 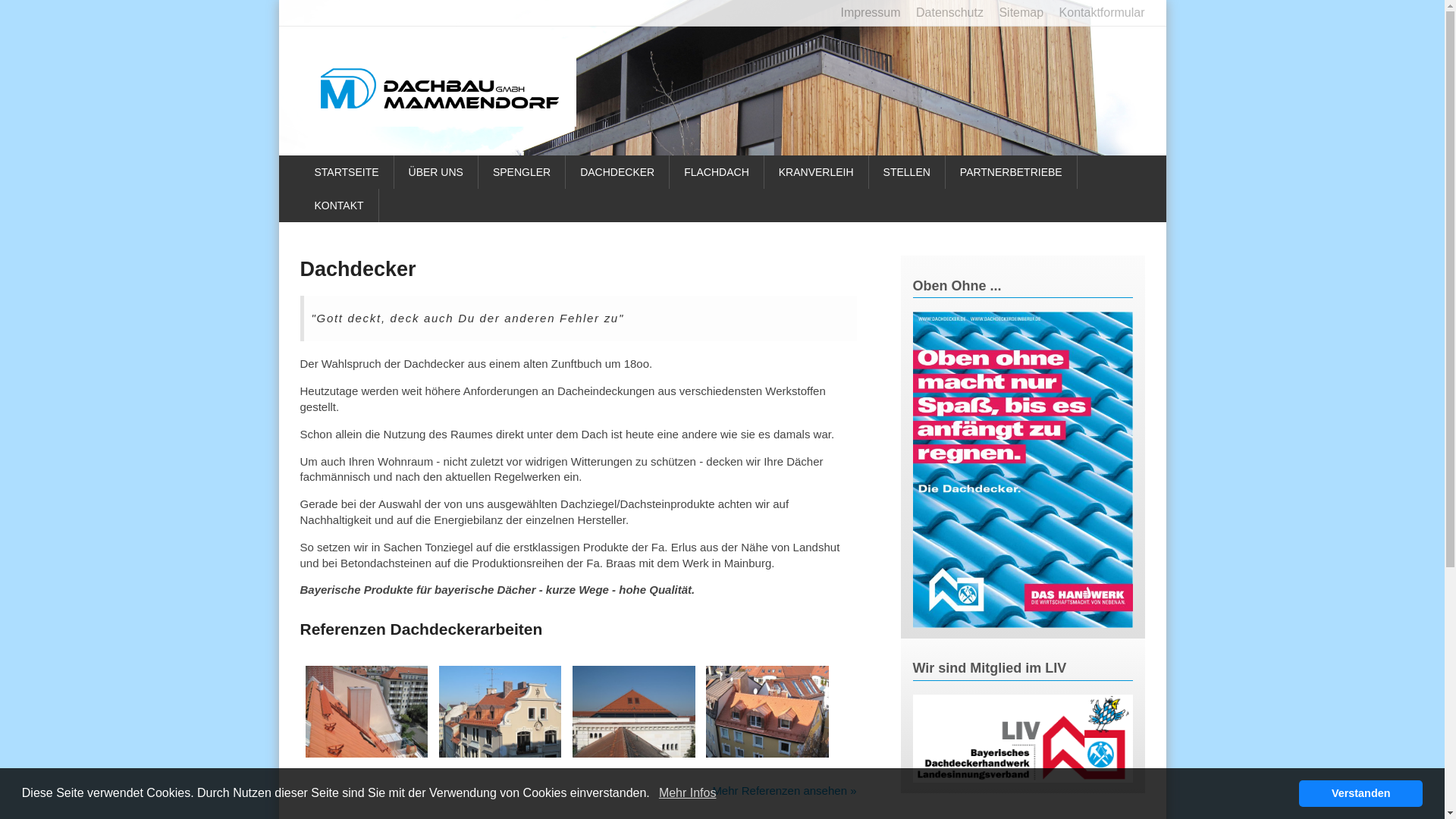 What do you see at coordinates (346, 171) in the screenshot?
I see `'STARTSEITE'` at bounding box center [346, 171].